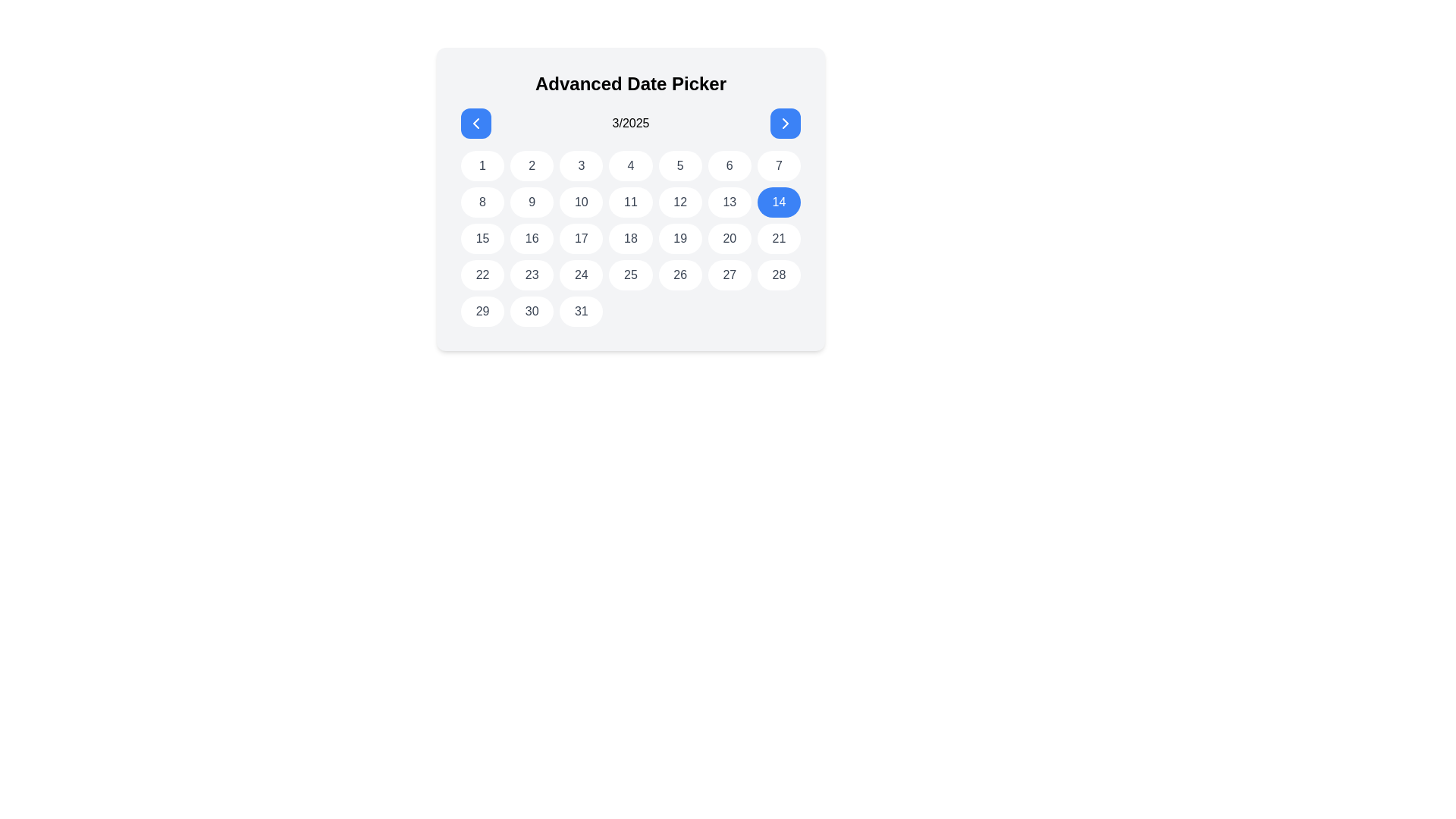 The width and height of the screenshot is (1456, 819). I want to click on the circular button labeled '31' with a white background and gray font, located in the bottom row of a 7-column grid under the 'Advanced Date Picker', so click(580, 311).